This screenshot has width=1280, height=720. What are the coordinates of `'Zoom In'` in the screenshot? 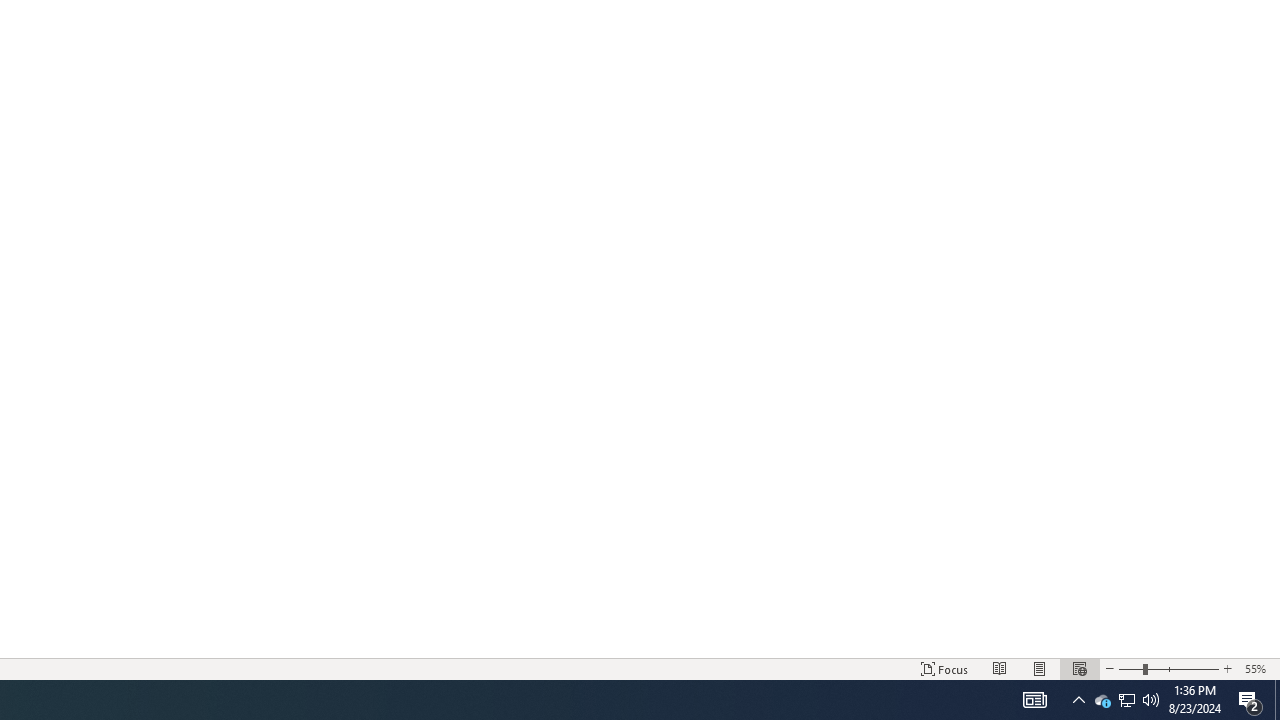 It's located at (1226, 669).